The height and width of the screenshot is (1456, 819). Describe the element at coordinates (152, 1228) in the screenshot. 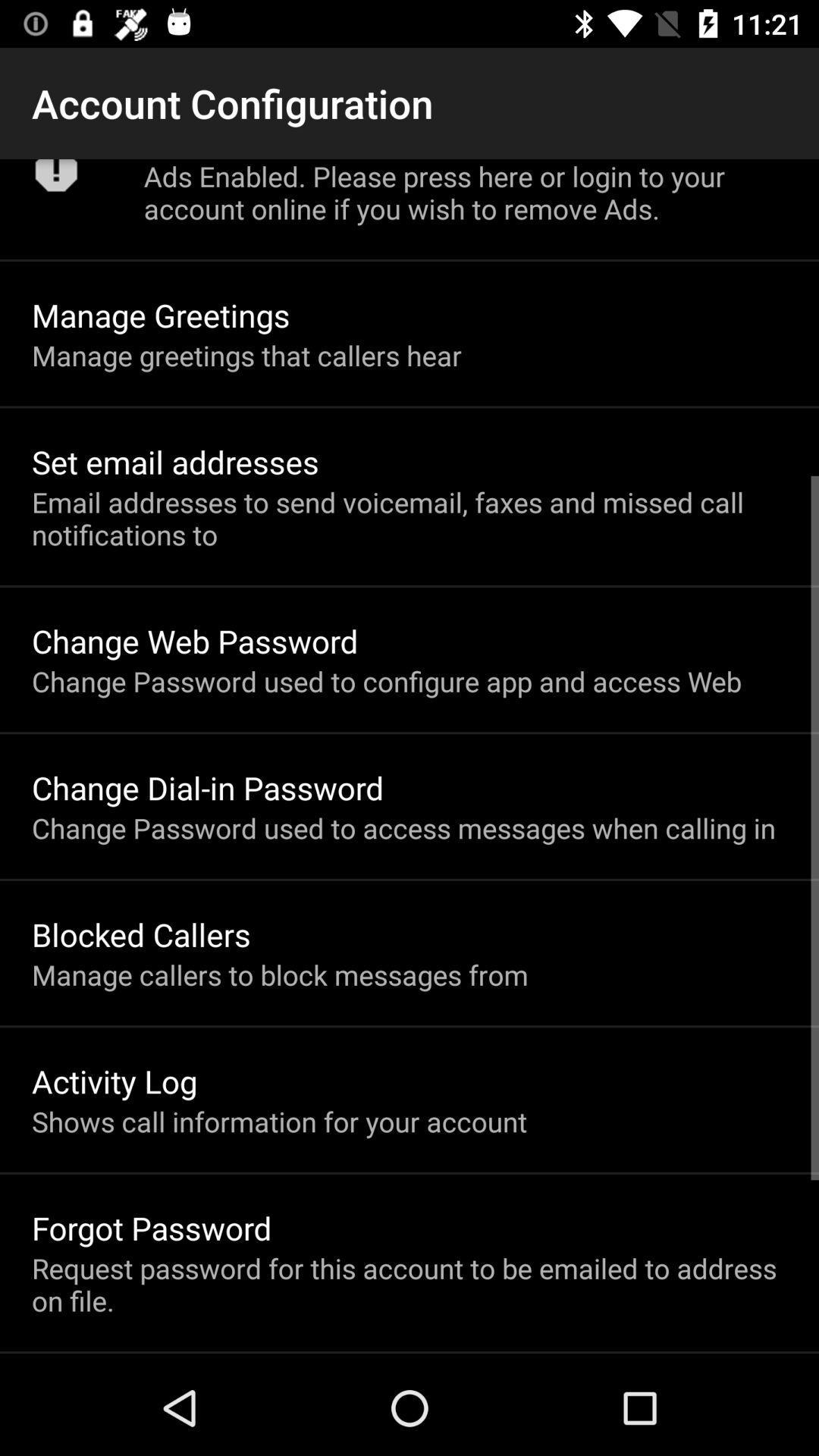

I see `icon below the shows call information item` at that location.